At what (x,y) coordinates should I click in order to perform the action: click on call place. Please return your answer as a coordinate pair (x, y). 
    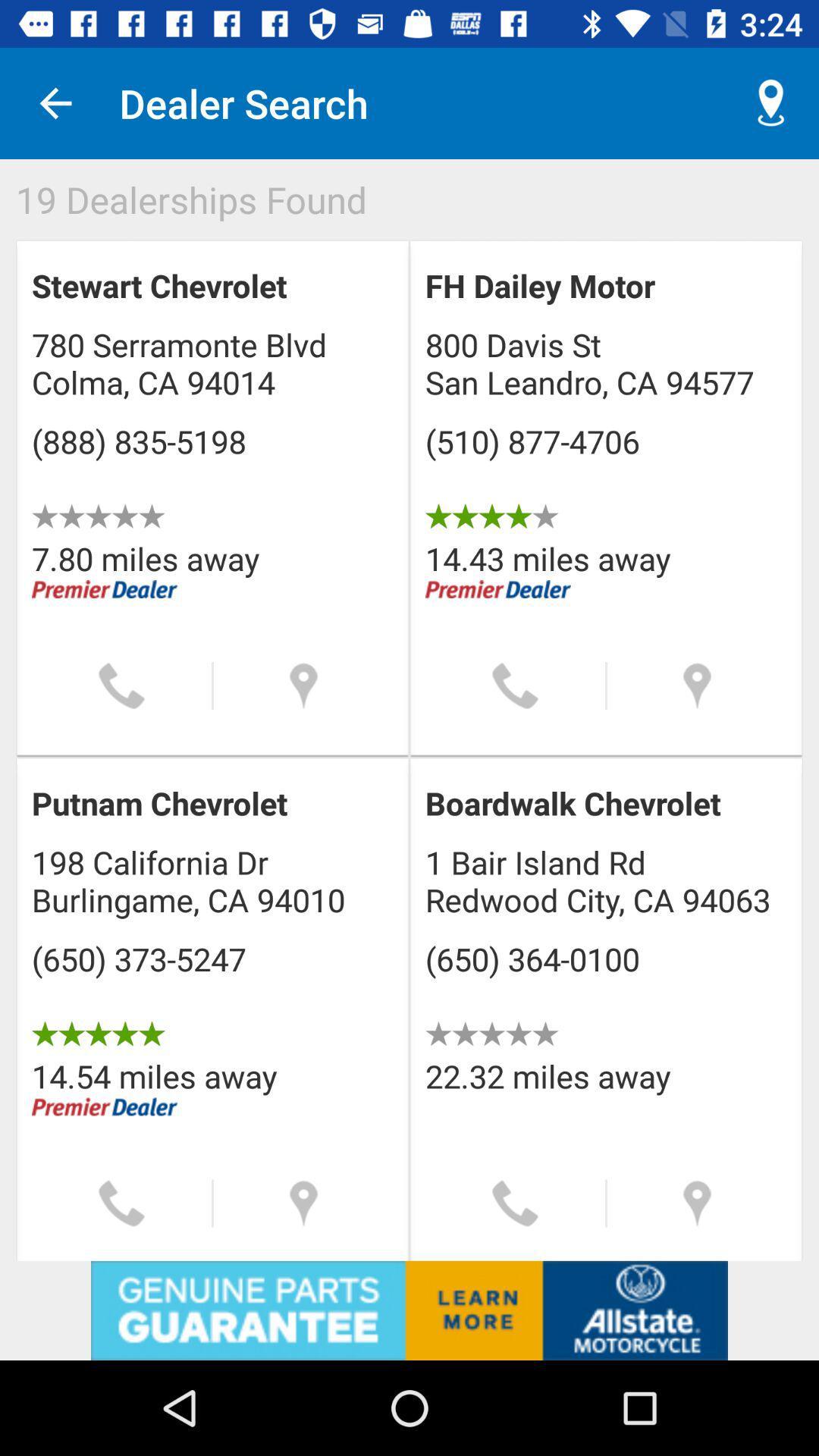
    Looking at the image, I should click on (121, 685).